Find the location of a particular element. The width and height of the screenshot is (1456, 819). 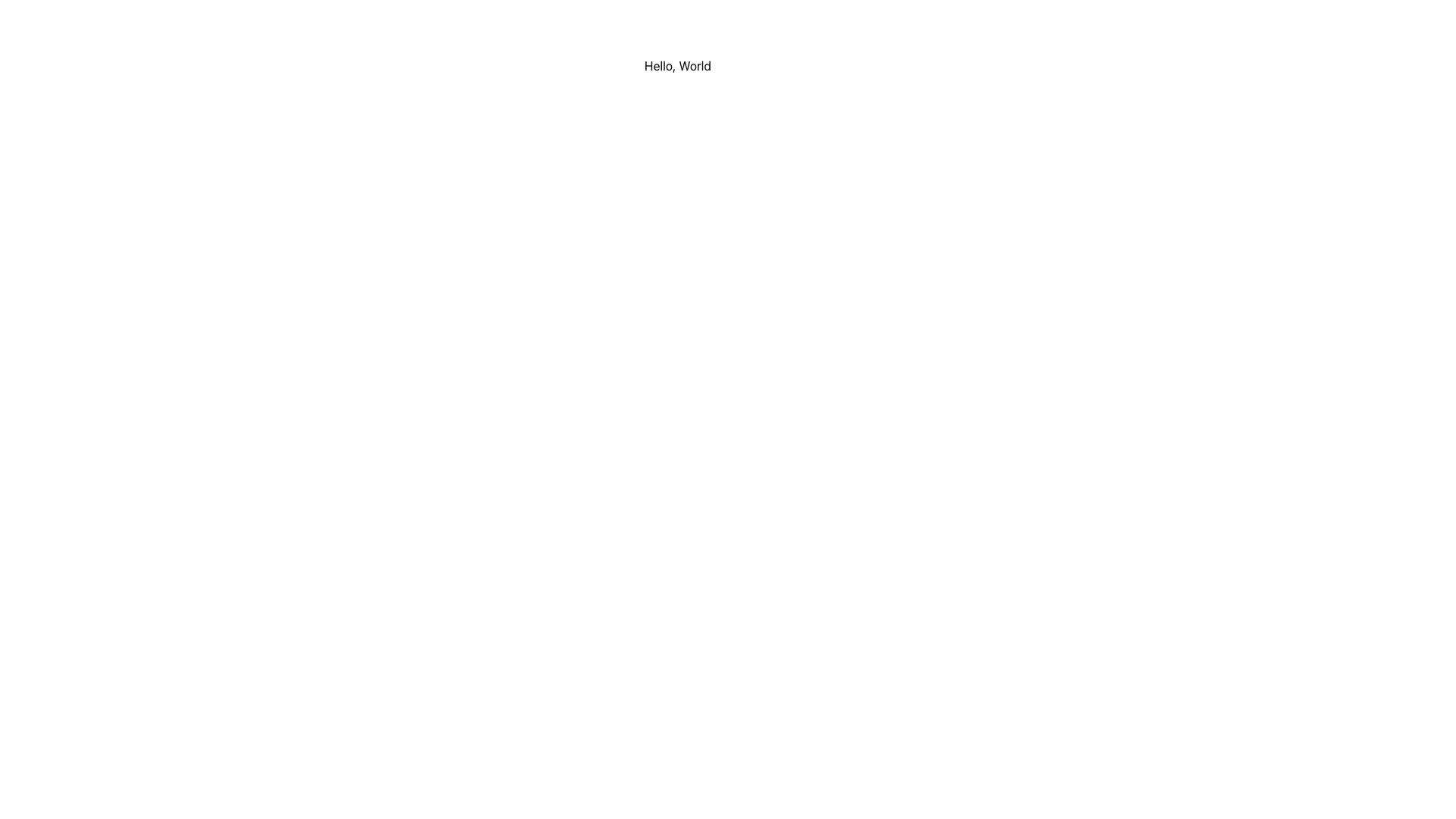

the text label that conveys a greeting or placeholder text, positioned near the top of its white background panel is located at coordinates (676, 65).